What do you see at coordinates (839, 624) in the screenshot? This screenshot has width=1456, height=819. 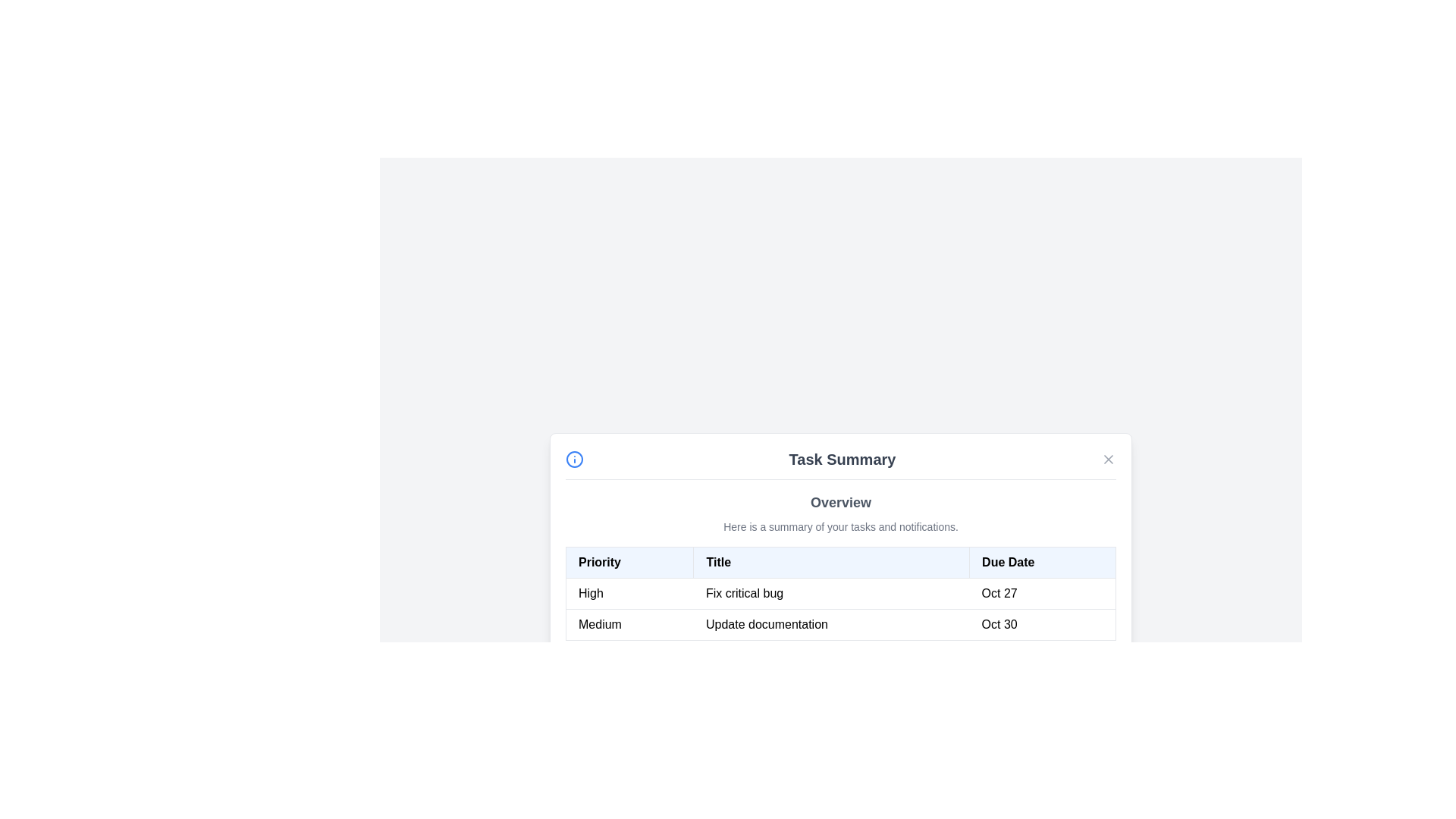 I see `the second row of the tasks table representing the medium priority task titled 'Update documentation', which is due on October 30th` at bounding box center [839, 624].